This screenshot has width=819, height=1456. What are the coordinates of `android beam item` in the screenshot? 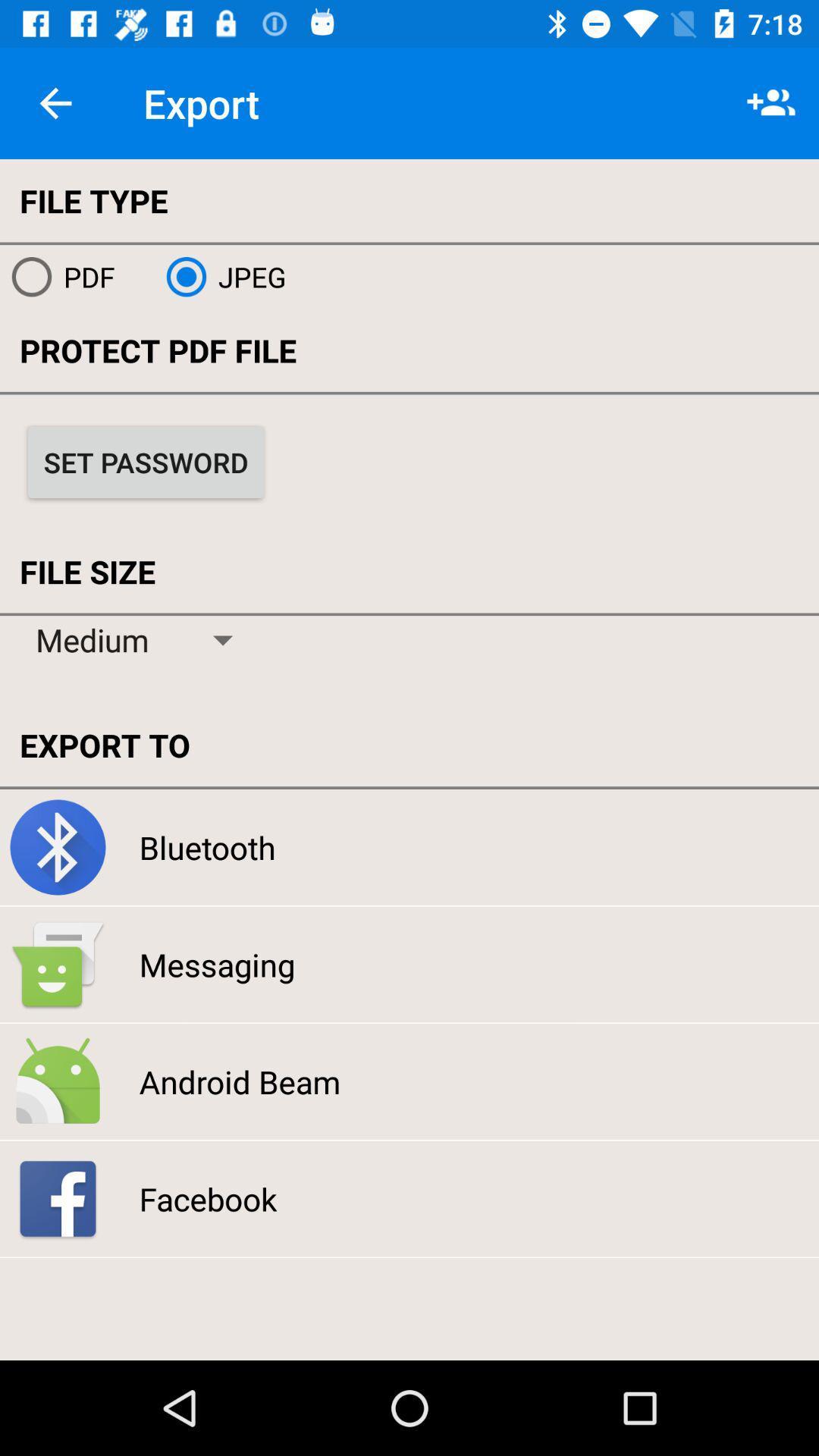 It's located at (239, 1081).